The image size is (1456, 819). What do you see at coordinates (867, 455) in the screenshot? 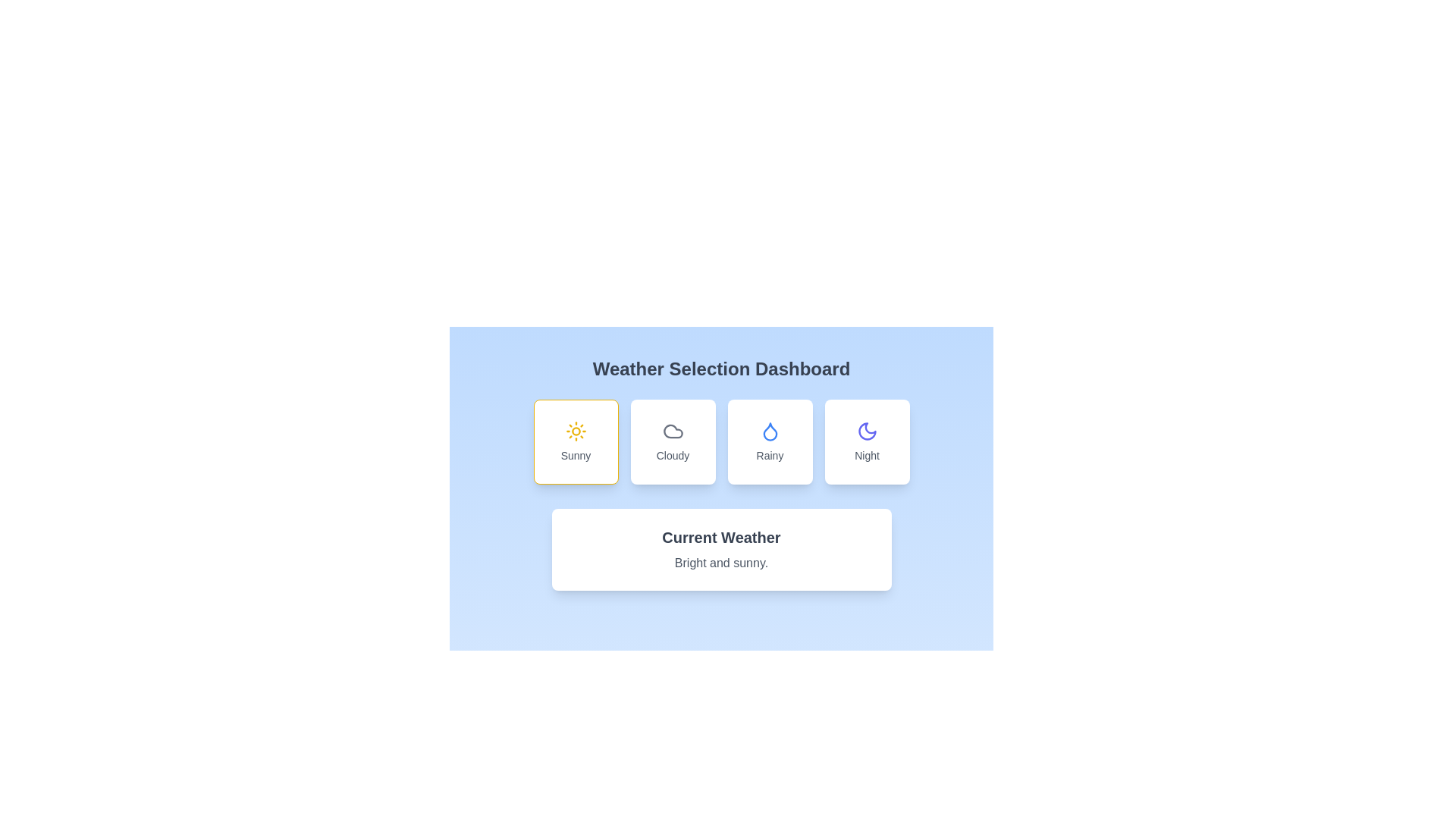
I see `the text label displaying 'Night' in a gray font, located inside a card in the weather selection grid` at bounding box center [867, 455].